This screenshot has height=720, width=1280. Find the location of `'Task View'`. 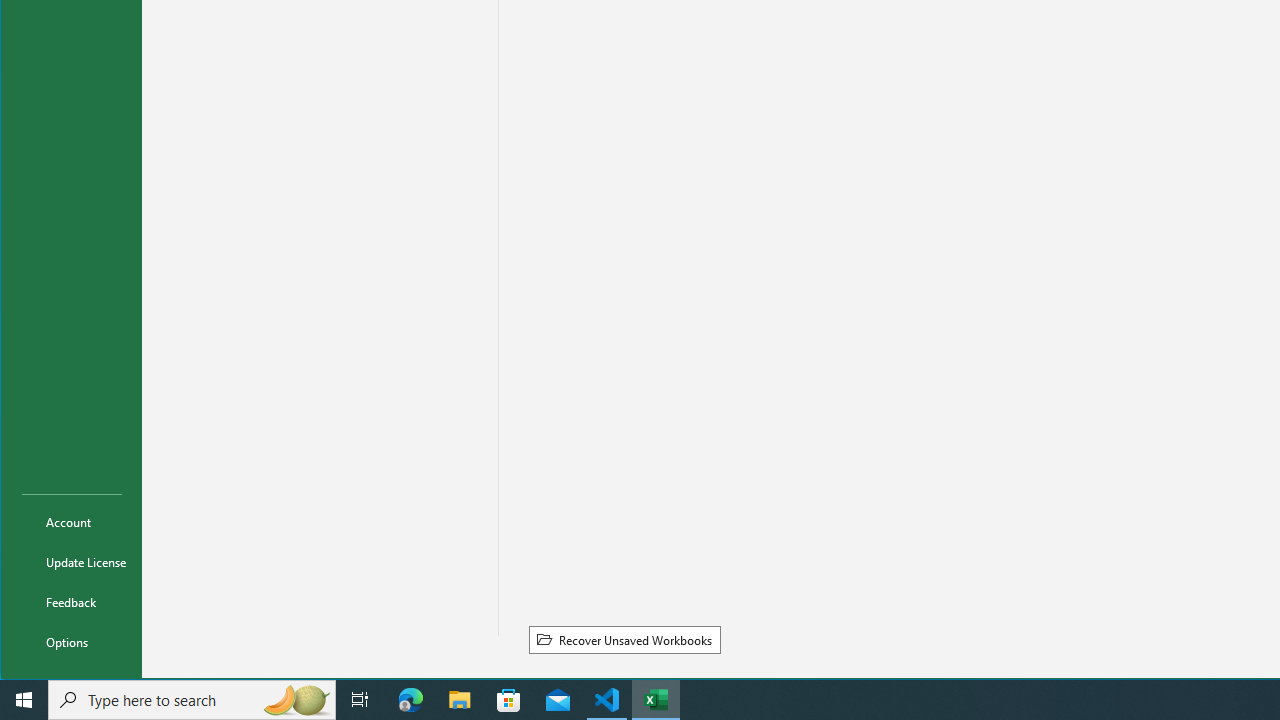

'Task View' is located at coordinates (359, 698).